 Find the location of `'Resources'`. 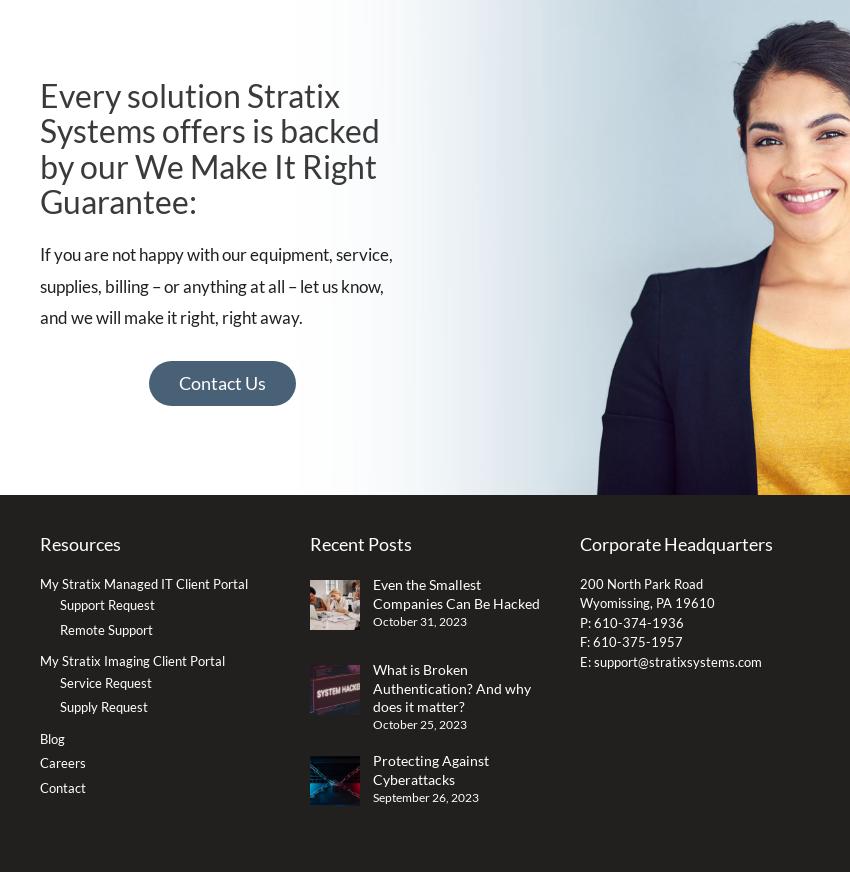

'Resources' is located at coordinates (80, 543).